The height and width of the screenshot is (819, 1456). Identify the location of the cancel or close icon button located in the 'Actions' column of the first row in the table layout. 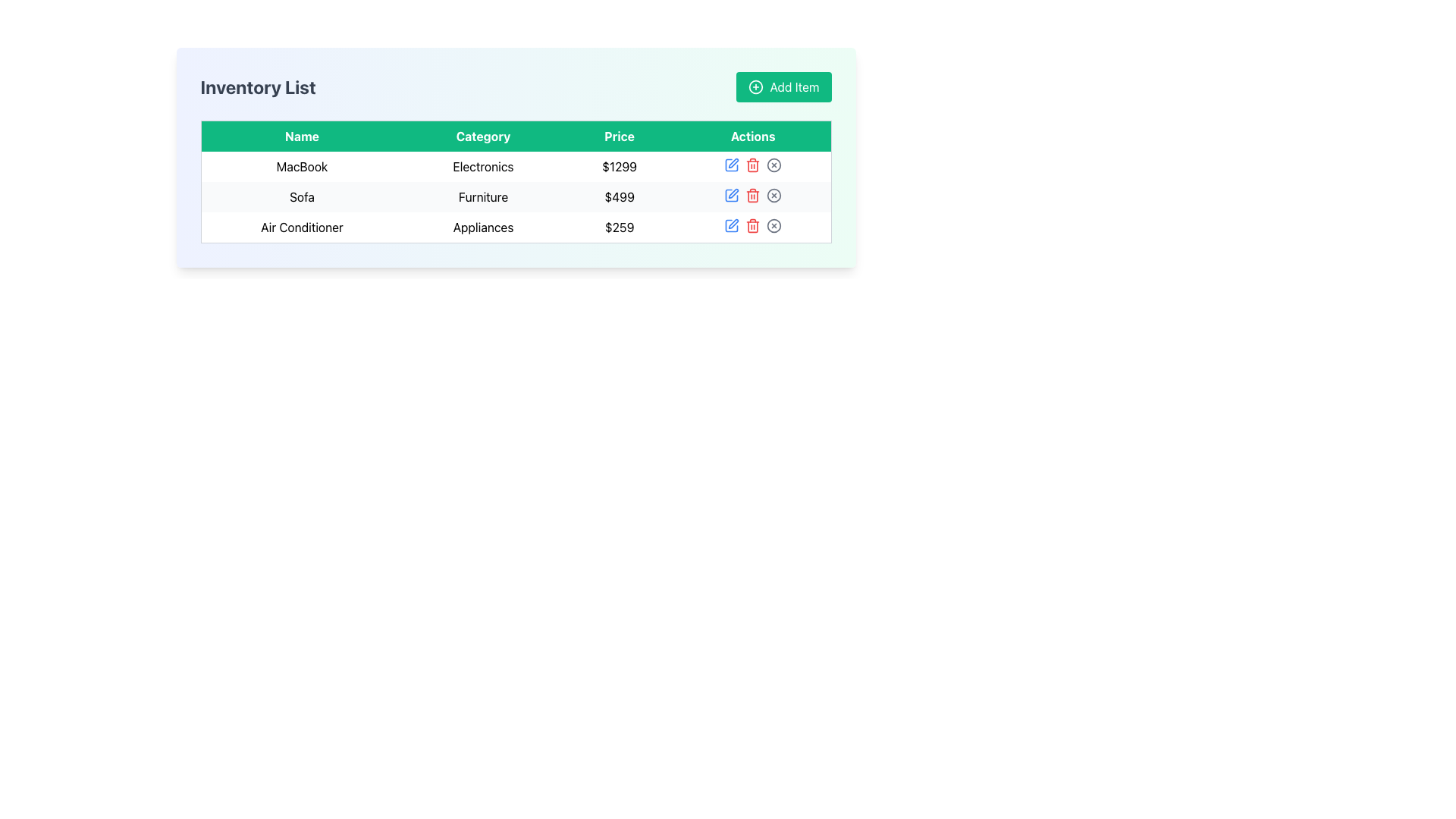
(774, 165).